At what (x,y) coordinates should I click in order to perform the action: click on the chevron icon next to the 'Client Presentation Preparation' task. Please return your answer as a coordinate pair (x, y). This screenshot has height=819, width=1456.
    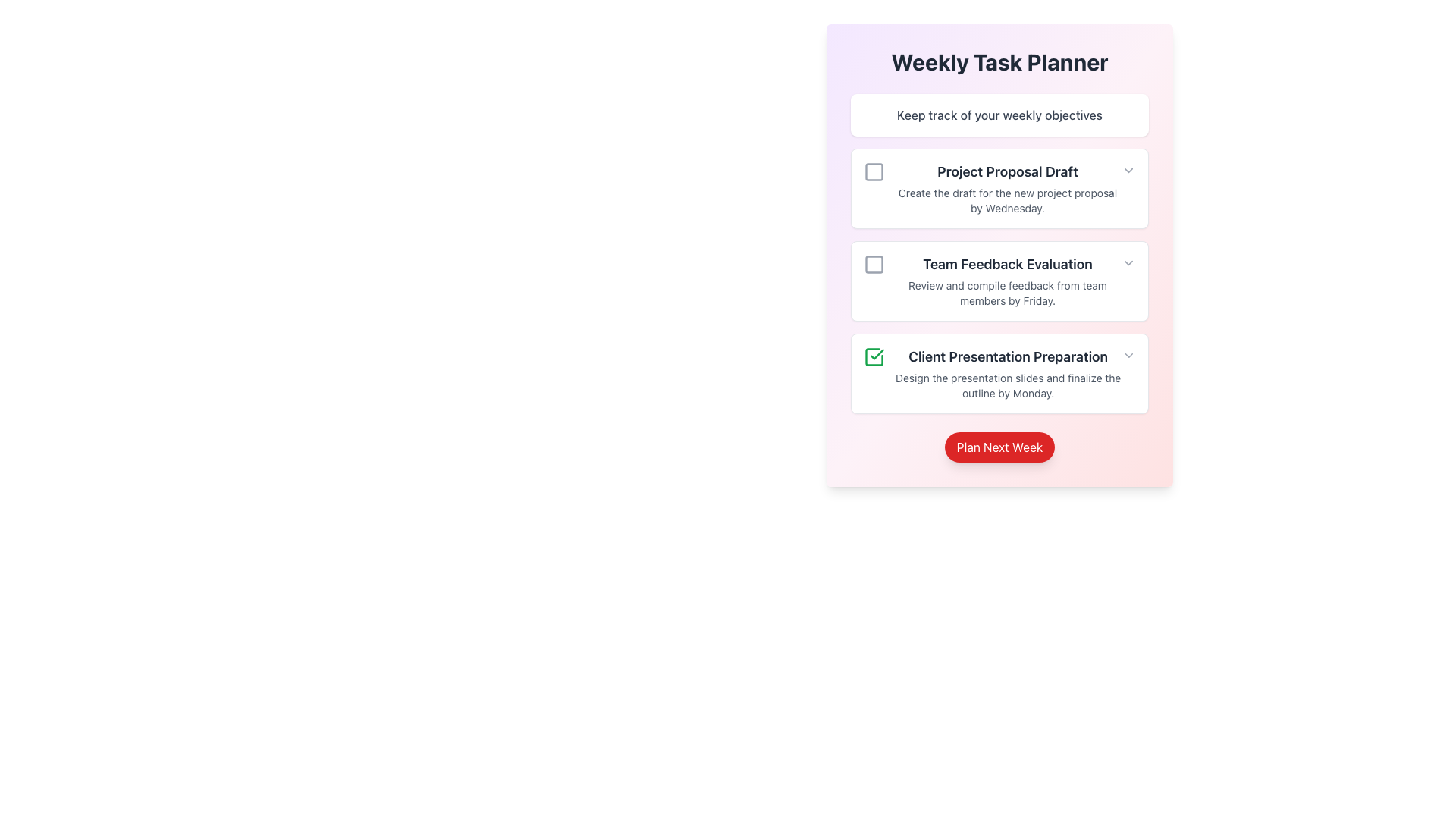
    Looking at the image, I should click on (1129, 356).